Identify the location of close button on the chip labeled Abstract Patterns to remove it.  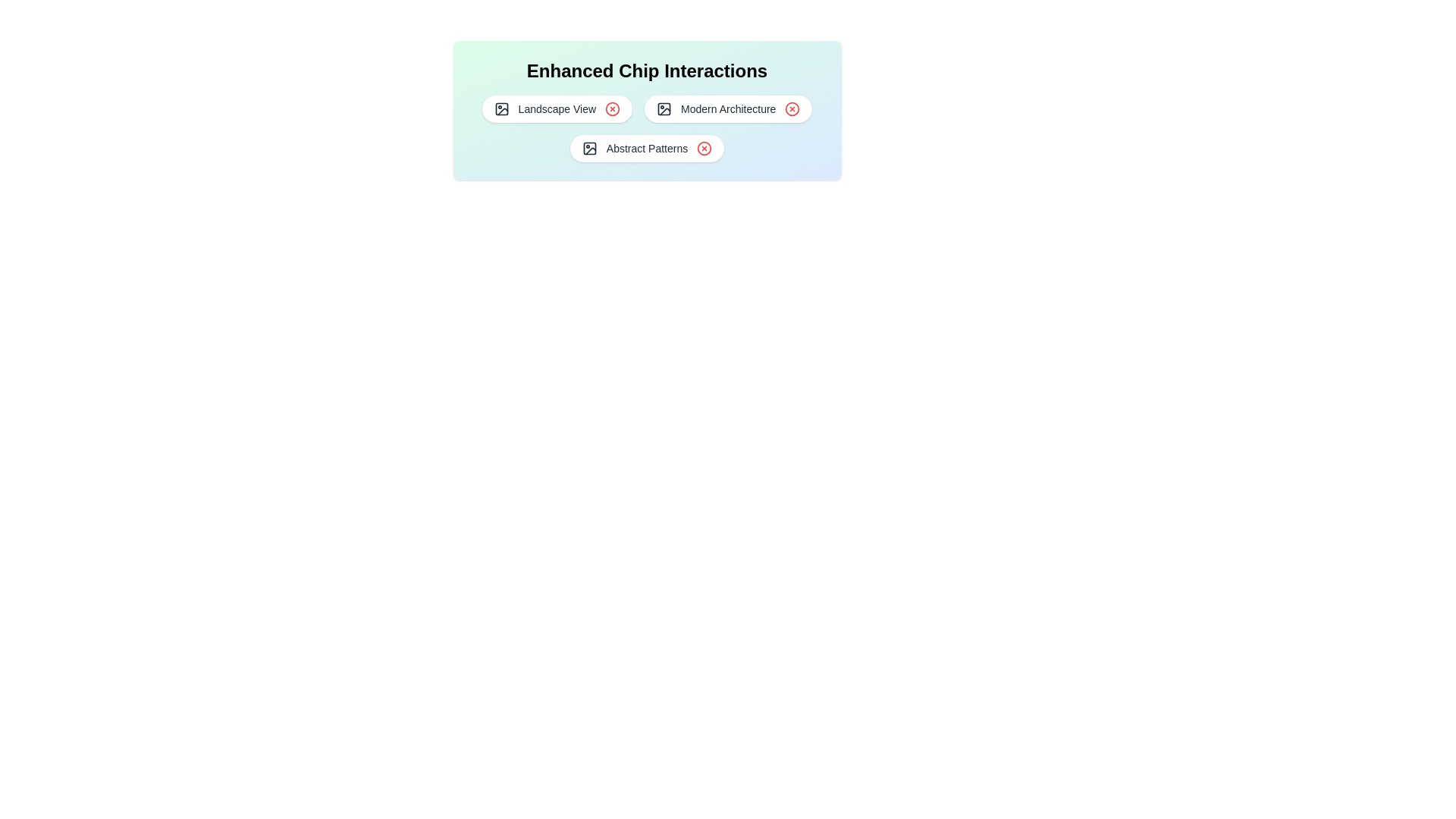
(704, 149).